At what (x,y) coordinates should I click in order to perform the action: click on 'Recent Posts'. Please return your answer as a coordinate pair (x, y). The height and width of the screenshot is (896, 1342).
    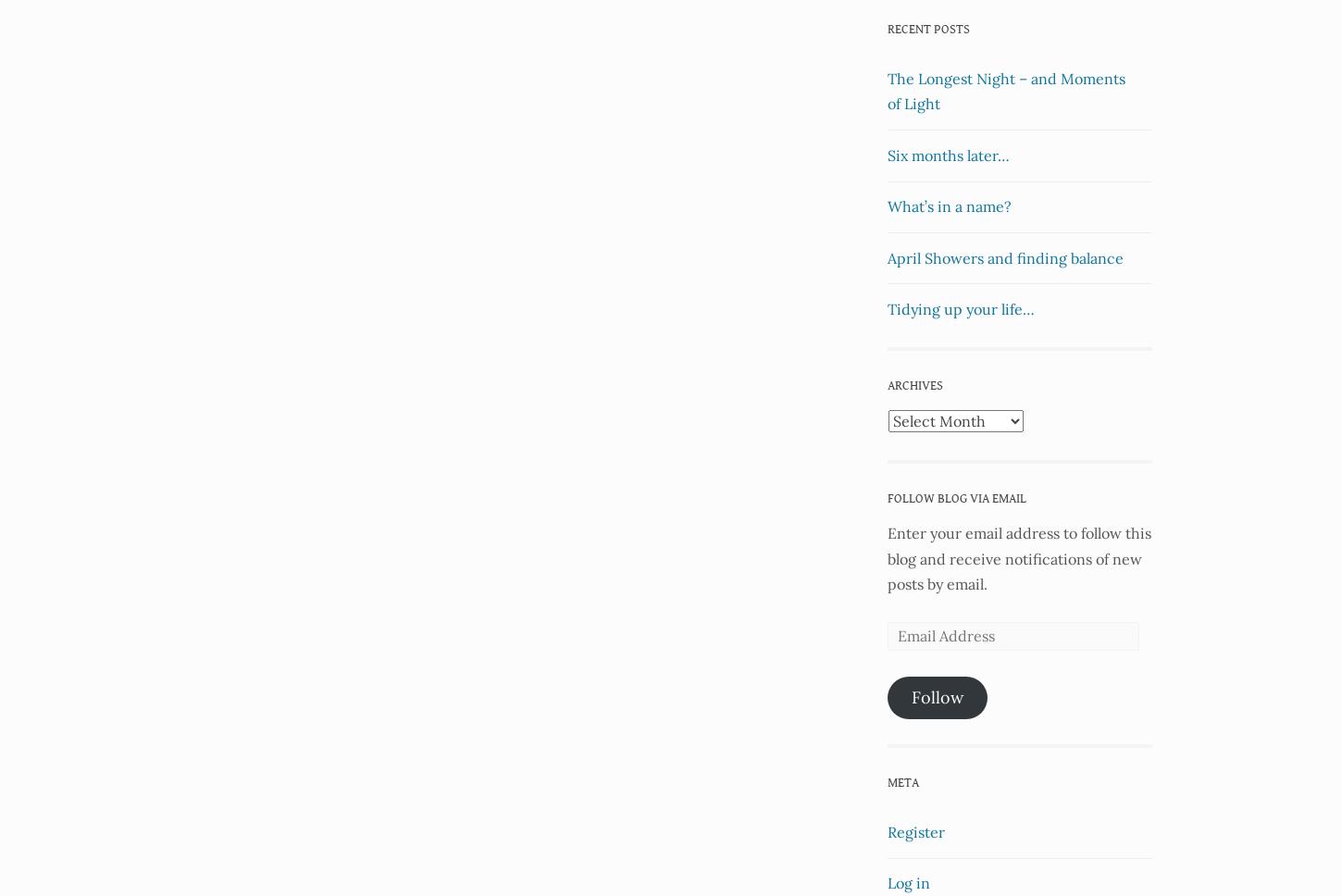
    Looking at the image, I should click on (887, 30).